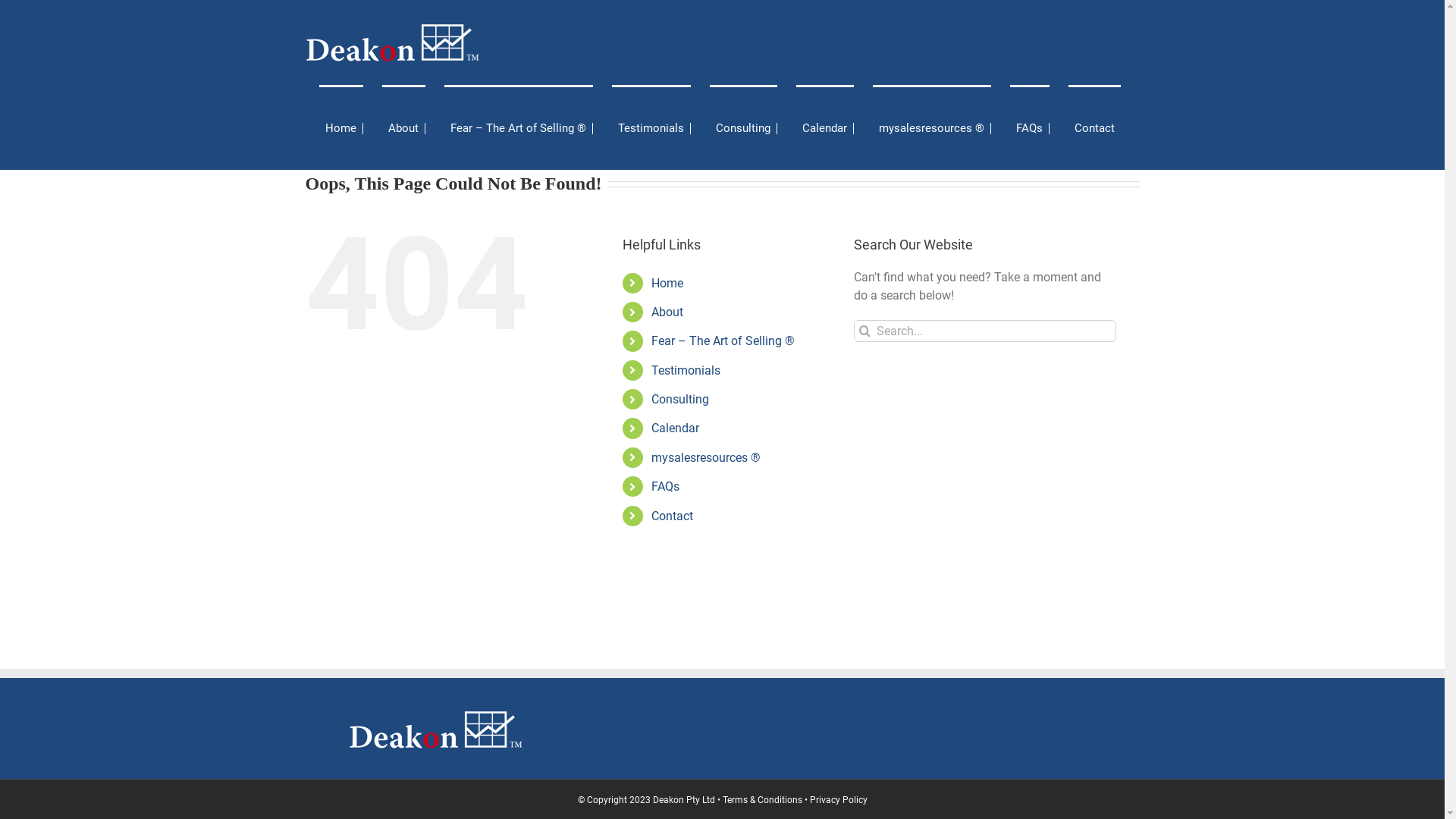 This screenshot has height=819, width=1456. I want to click on 'Terms & Conditions', so click(720, 799).